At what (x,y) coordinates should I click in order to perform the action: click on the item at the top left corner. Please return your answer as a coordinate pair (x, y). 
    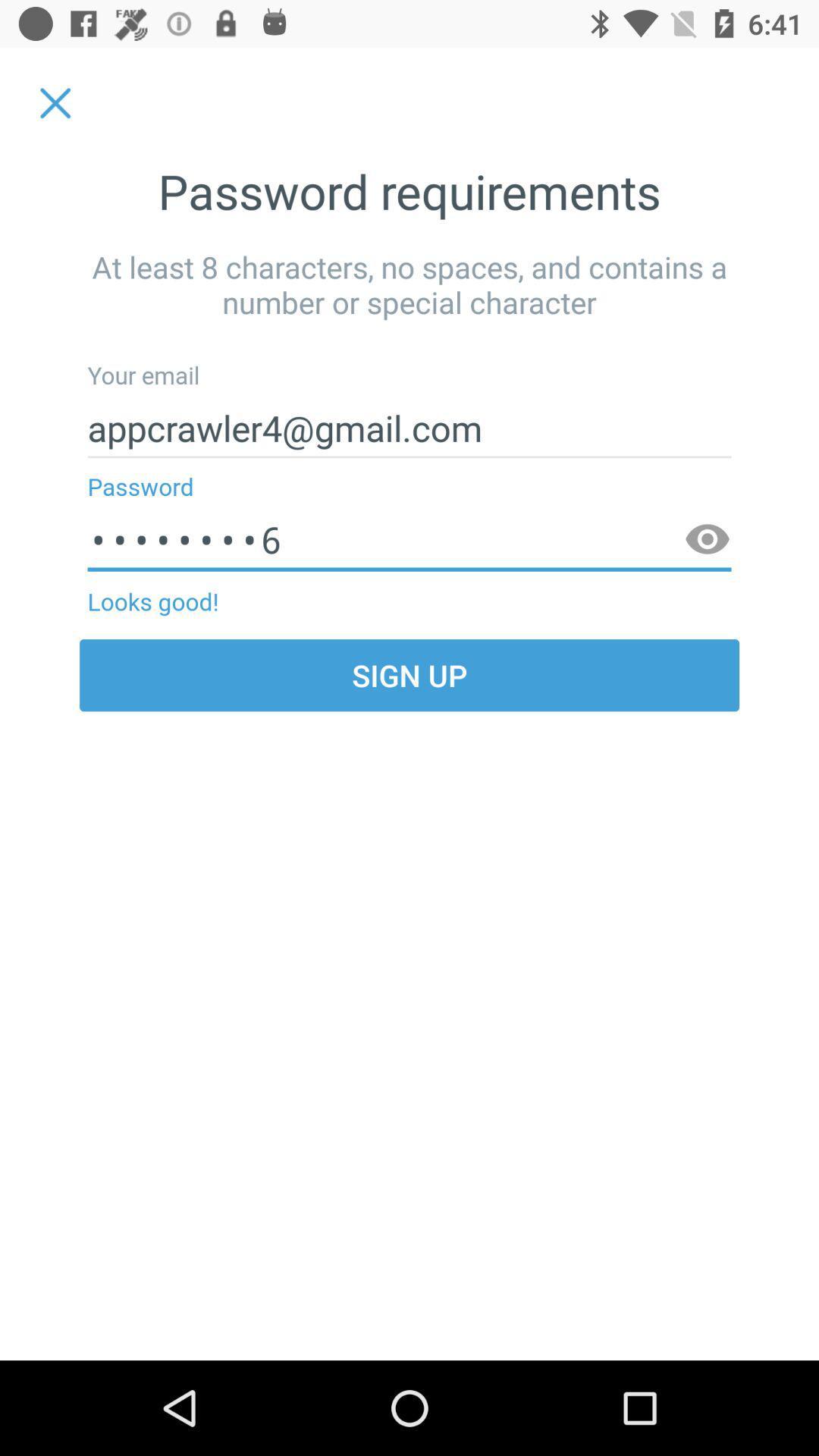
    Looking at the image, I should click on (55, 102).